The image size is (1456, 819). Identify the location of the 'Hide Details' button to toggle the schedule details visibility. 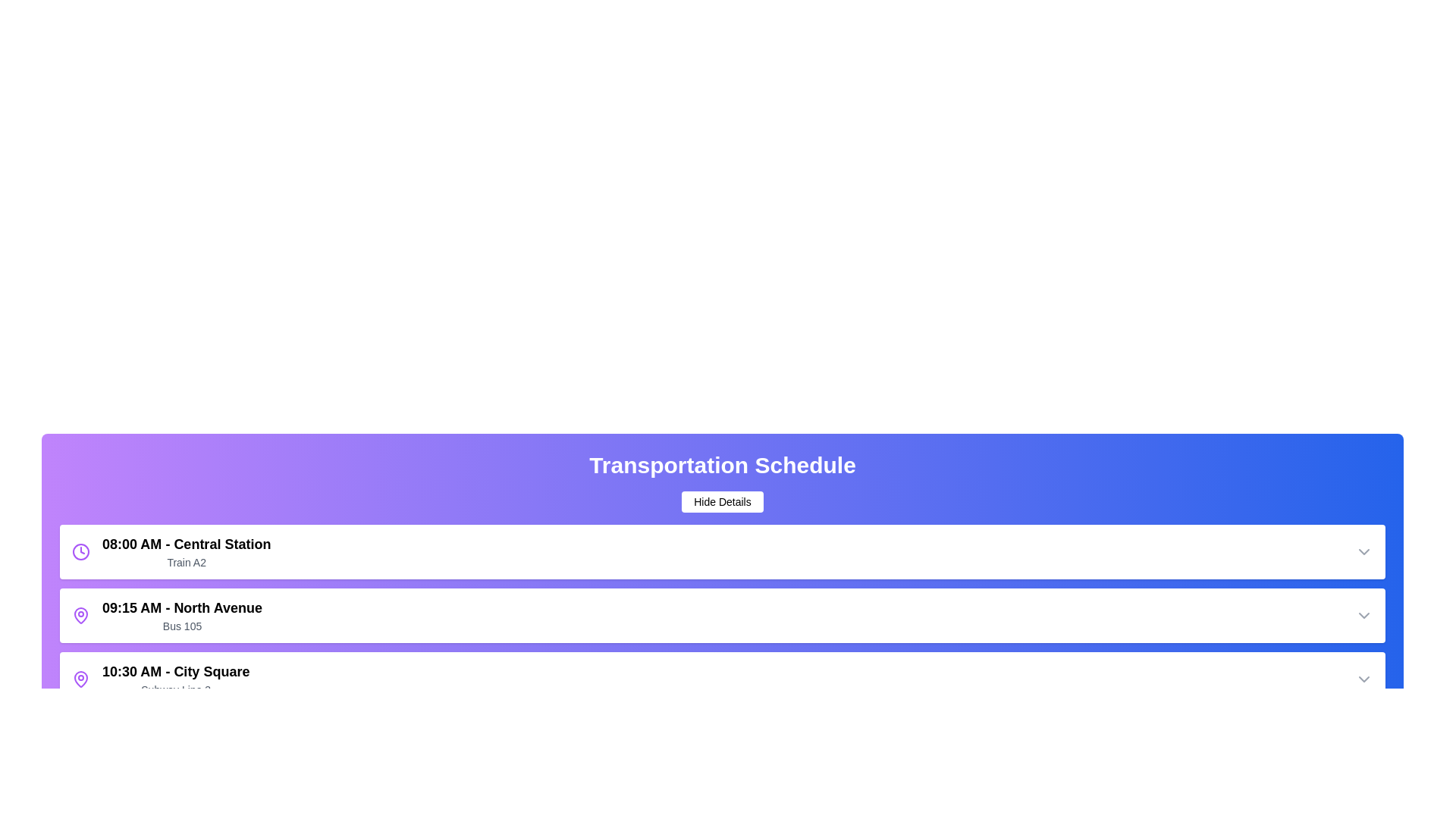
(720, 502).